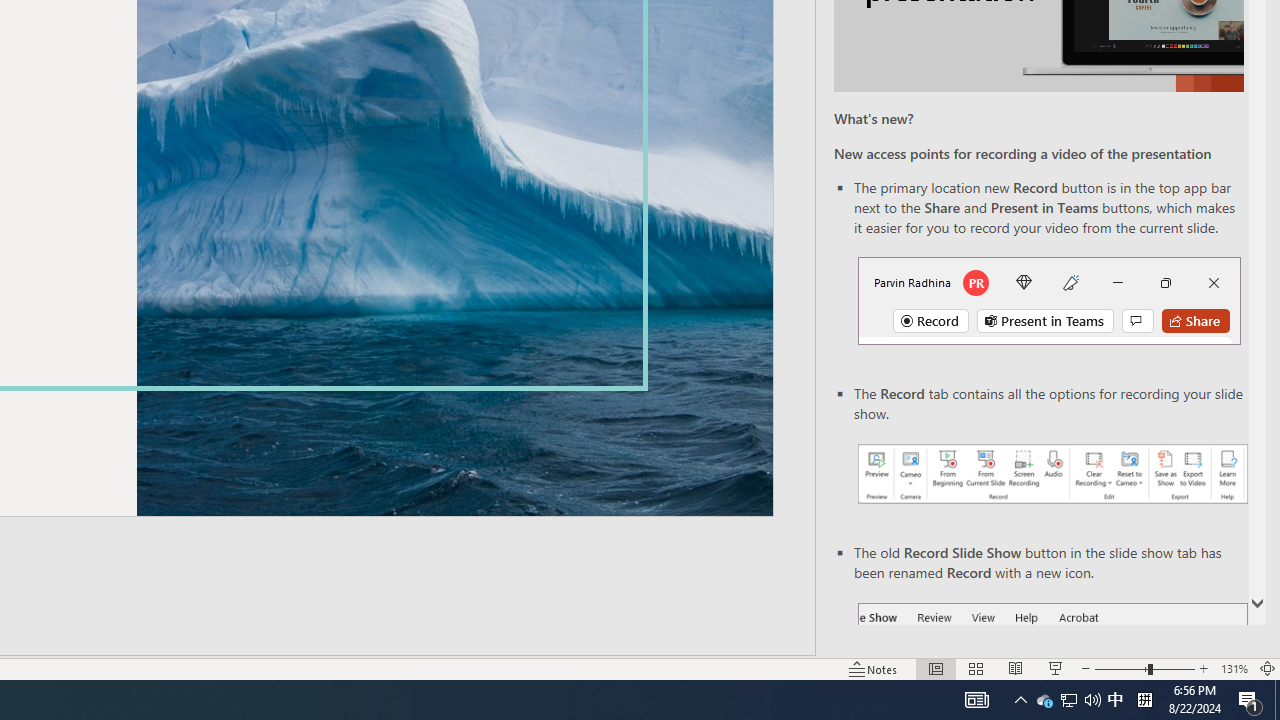  I want to click on 'Record your presentations screenshot one', so click(1051, 474).